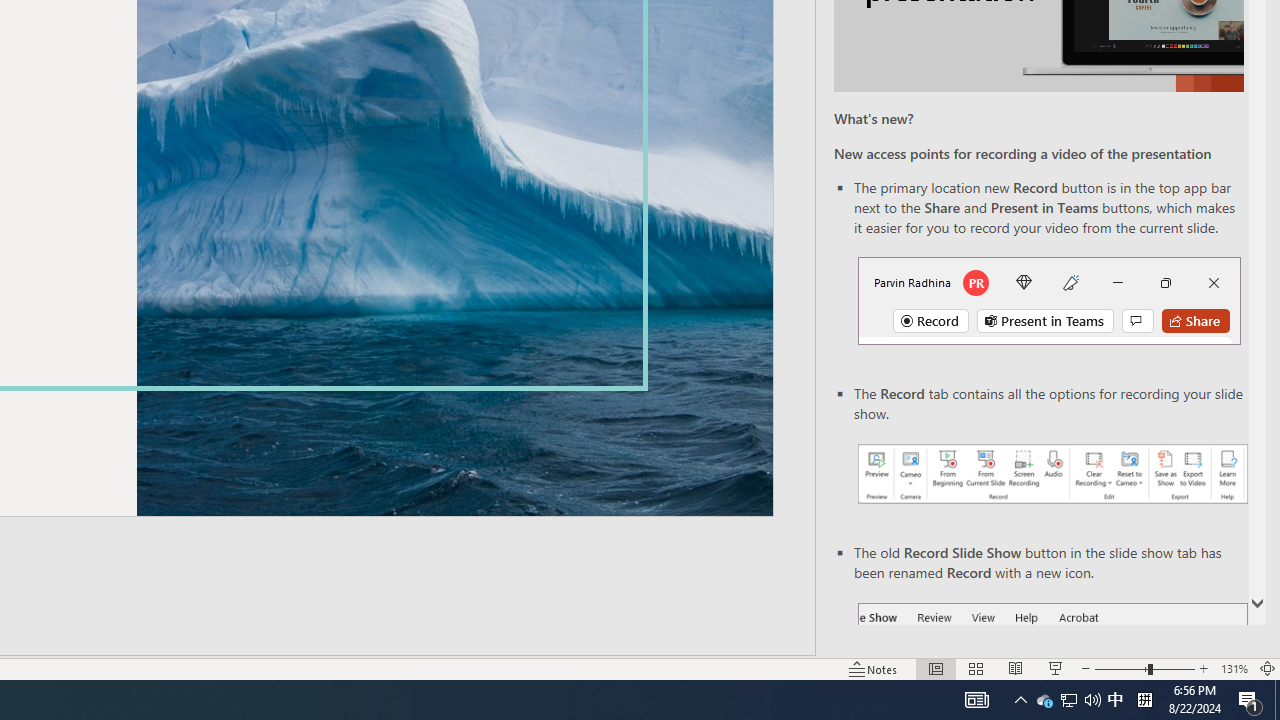  I want to click on 'Record your presentations screenshot one', so click(1051, 474).